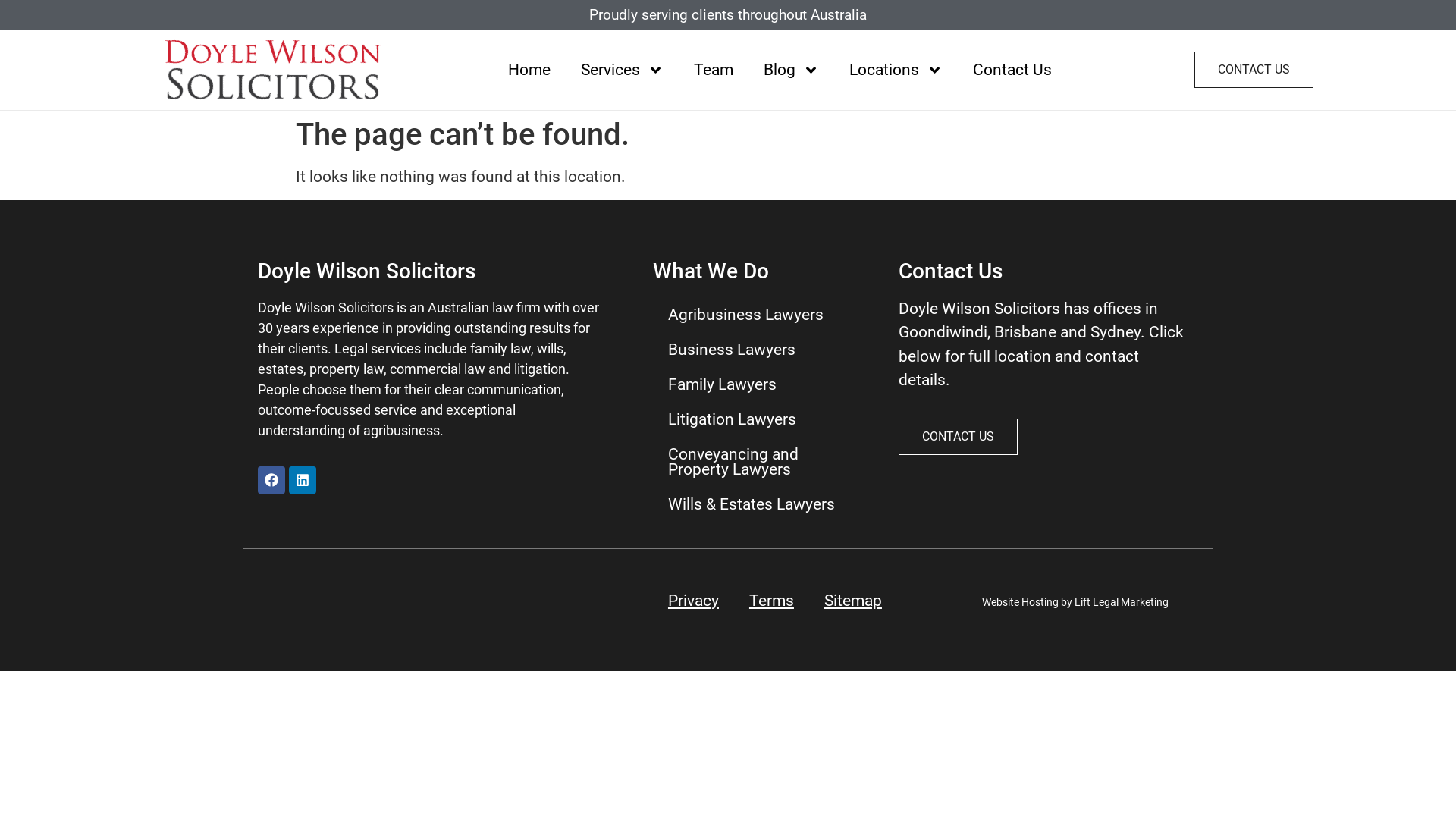  Describe the element at coordinates (771, 599) in the screenshot. I see `'Terms'` at that location.